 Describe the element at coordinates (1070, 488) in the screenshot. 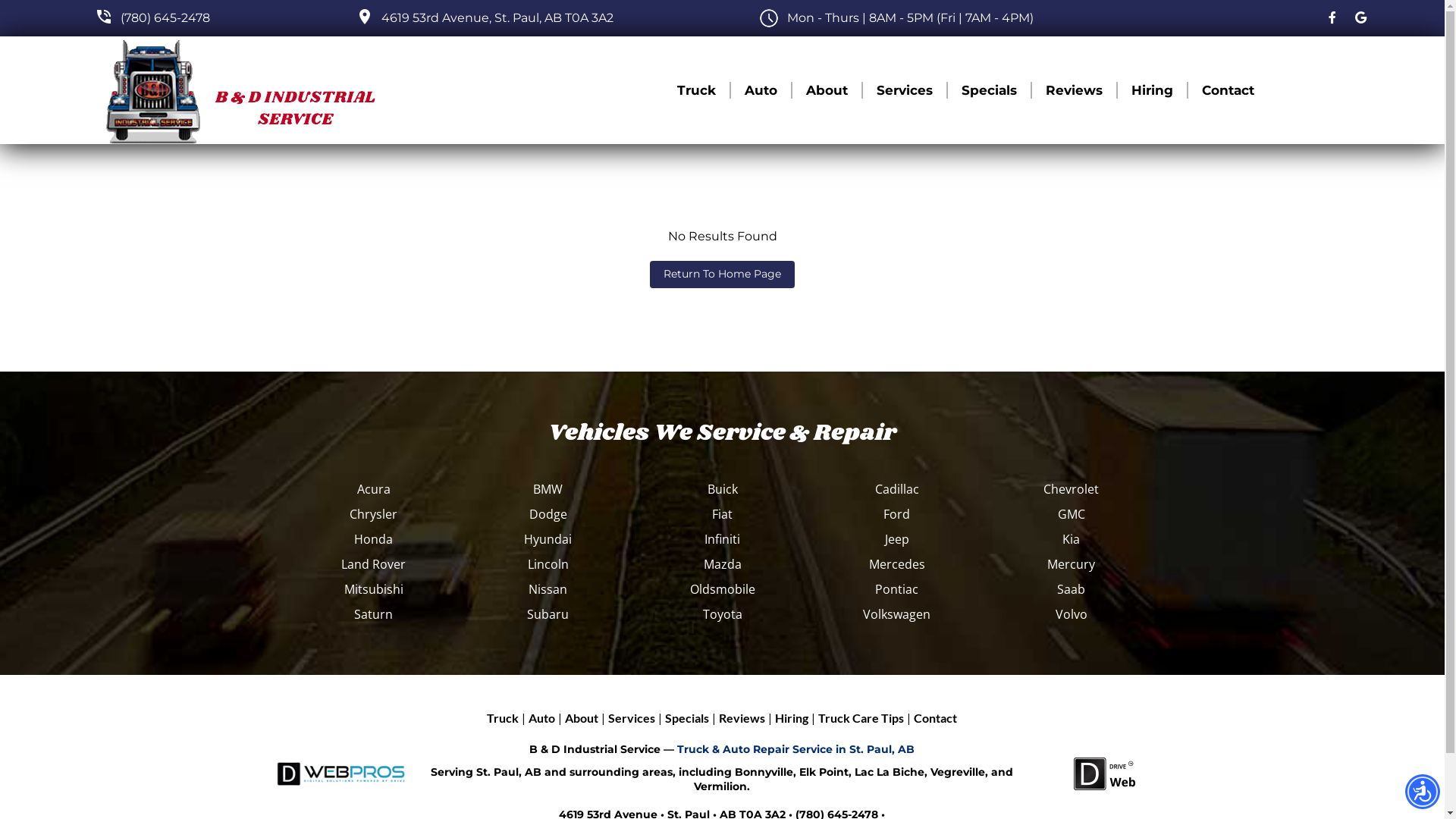

I see `'Chevrolet'` at that location.